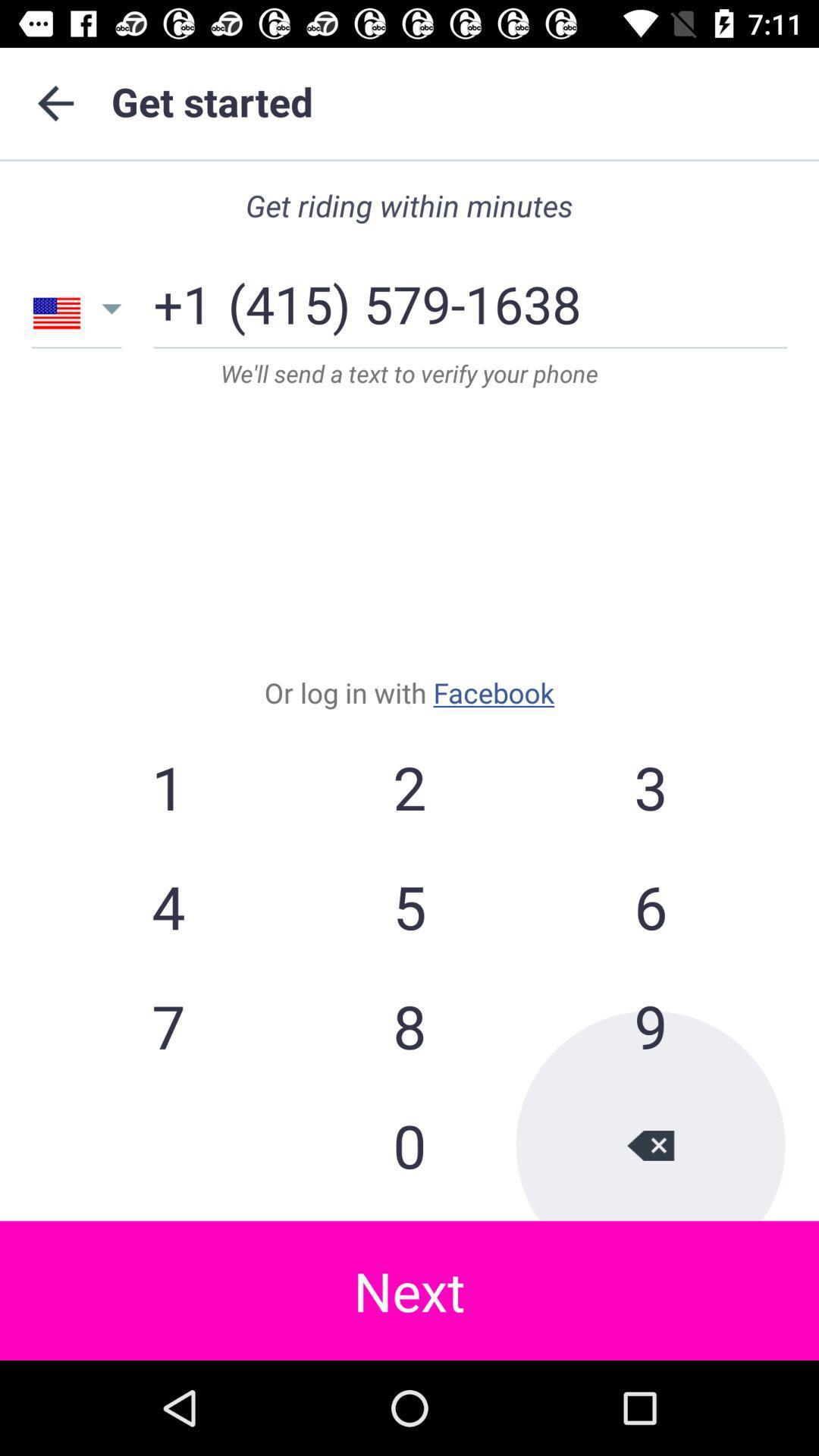 This screenshot has height=1456, width=819. Describe the element at coordinates (649, 786) in the screenshot. I see `the item to the right of the 2` at that location.